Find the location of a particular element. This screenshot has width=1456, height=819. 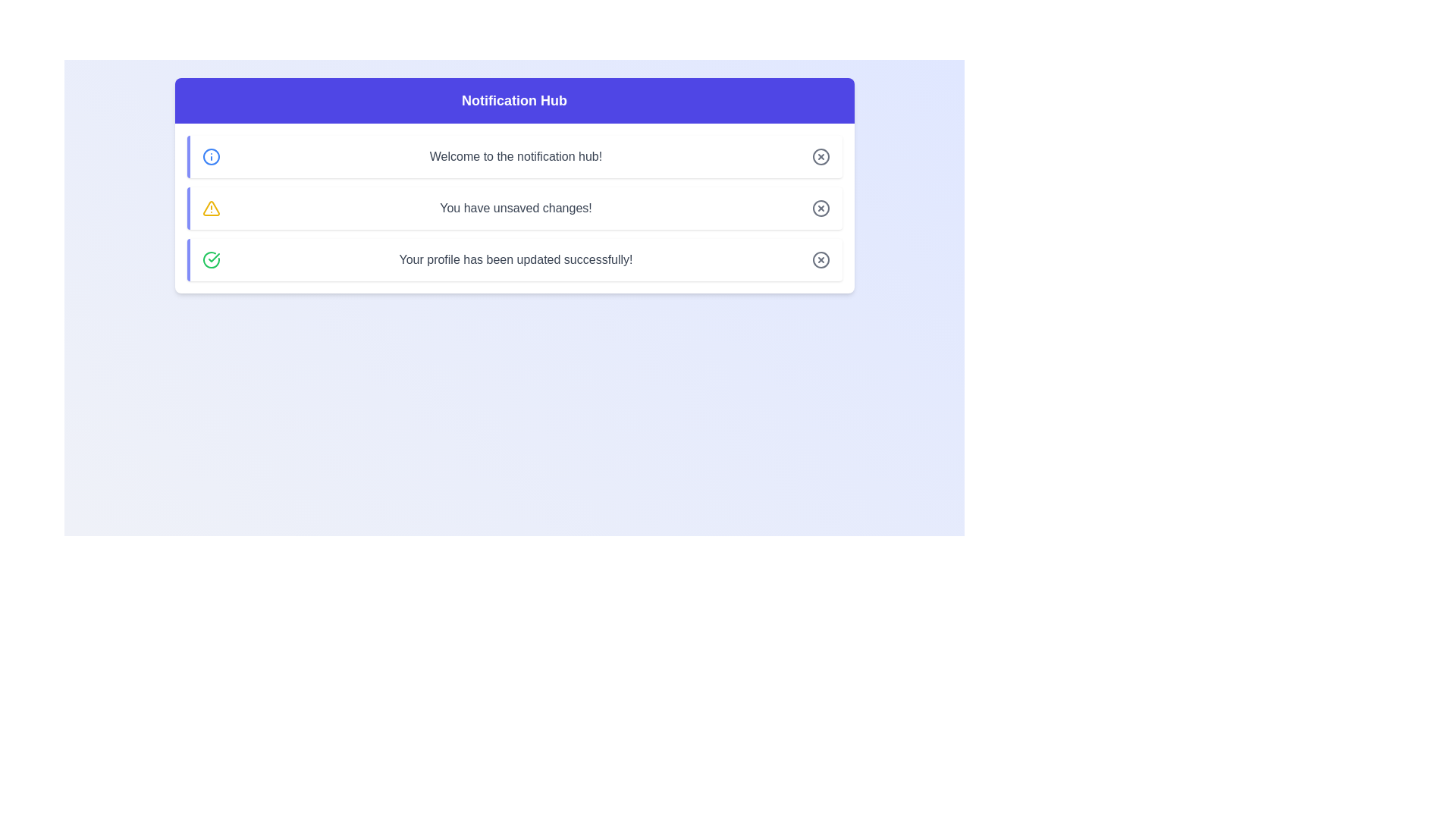

the close button located at the top-right corner of the first notification box, adjacent to the text 'Welcome to the notification hub!', to observe style changes is located at coordinates (820, 157).